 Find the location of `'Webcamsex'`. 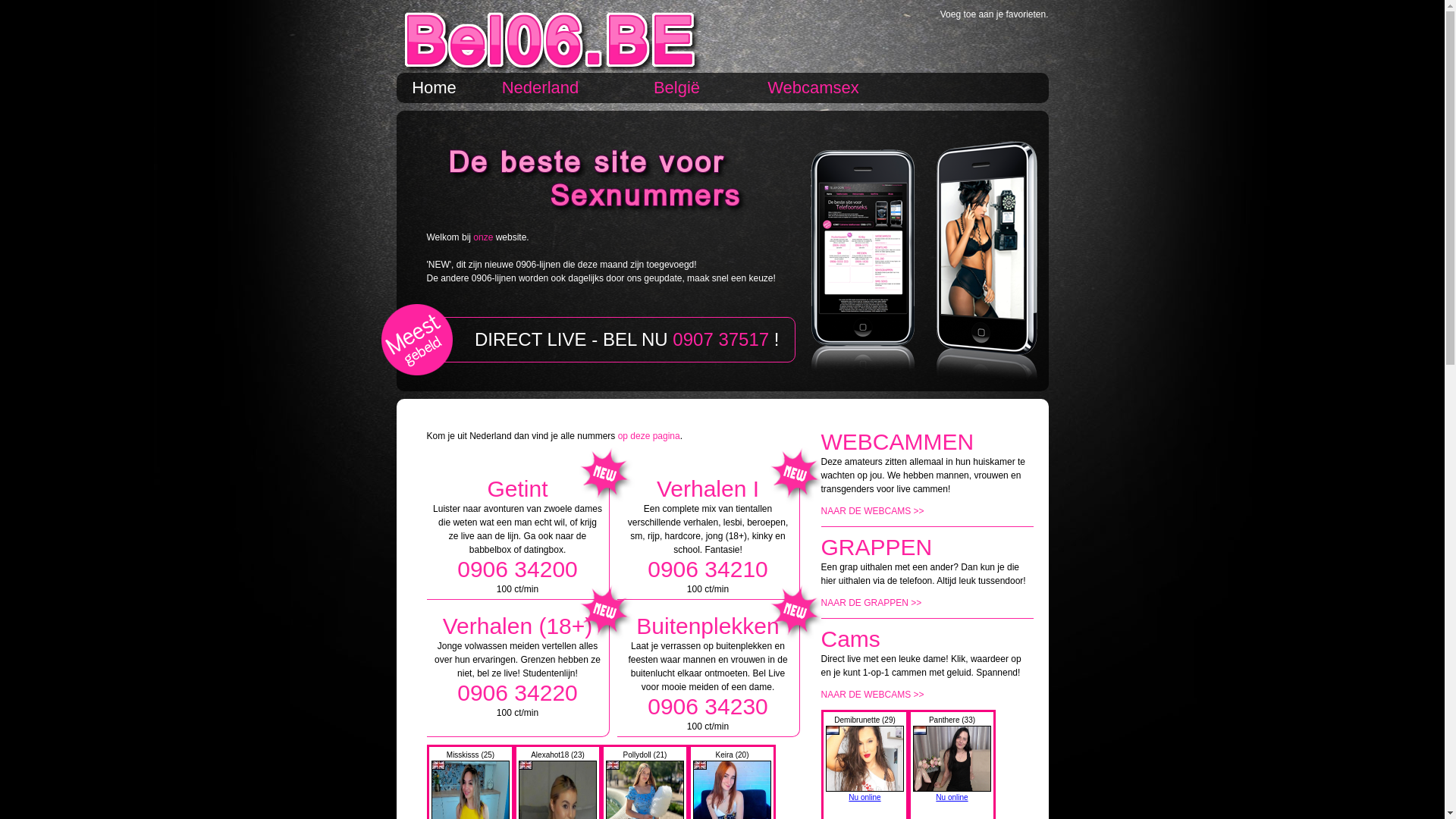

'Webcamsex' is located at coordinates (745, 87).